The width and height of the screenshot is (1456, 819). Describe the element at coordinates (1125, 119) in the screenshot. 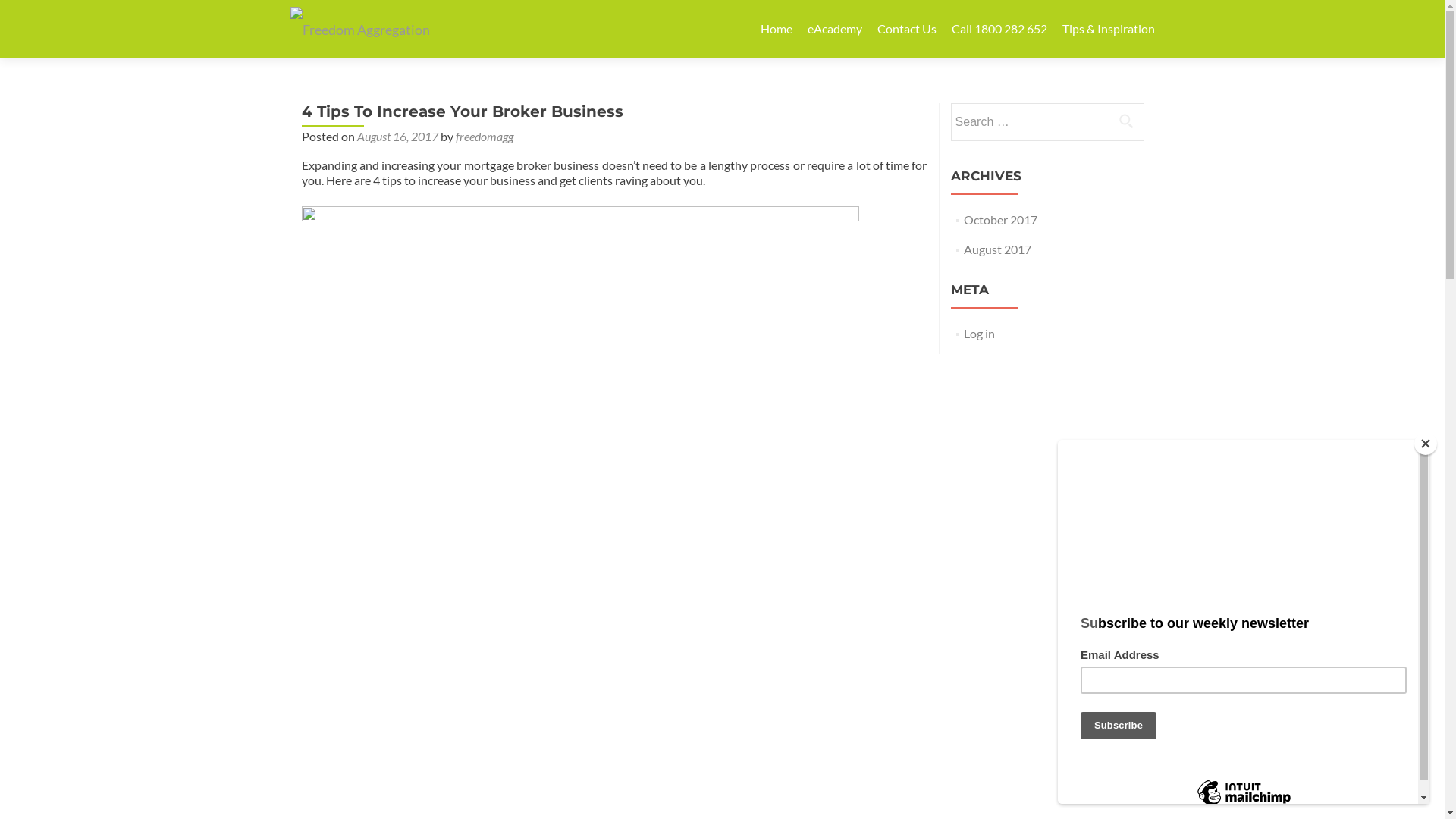

I see `'Search'` at that location.